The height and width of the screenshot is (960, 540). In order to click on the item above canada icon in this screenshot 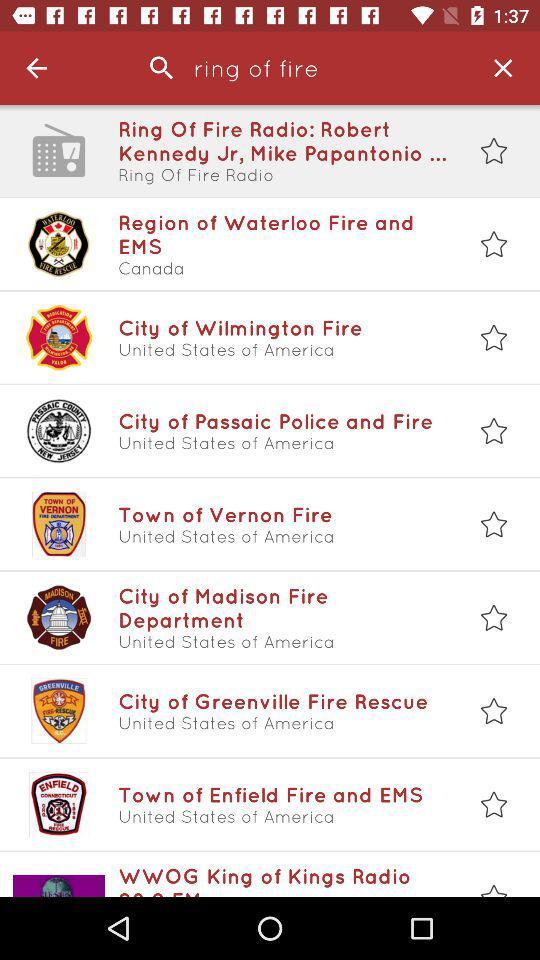, I will do `click(282, 234)`.